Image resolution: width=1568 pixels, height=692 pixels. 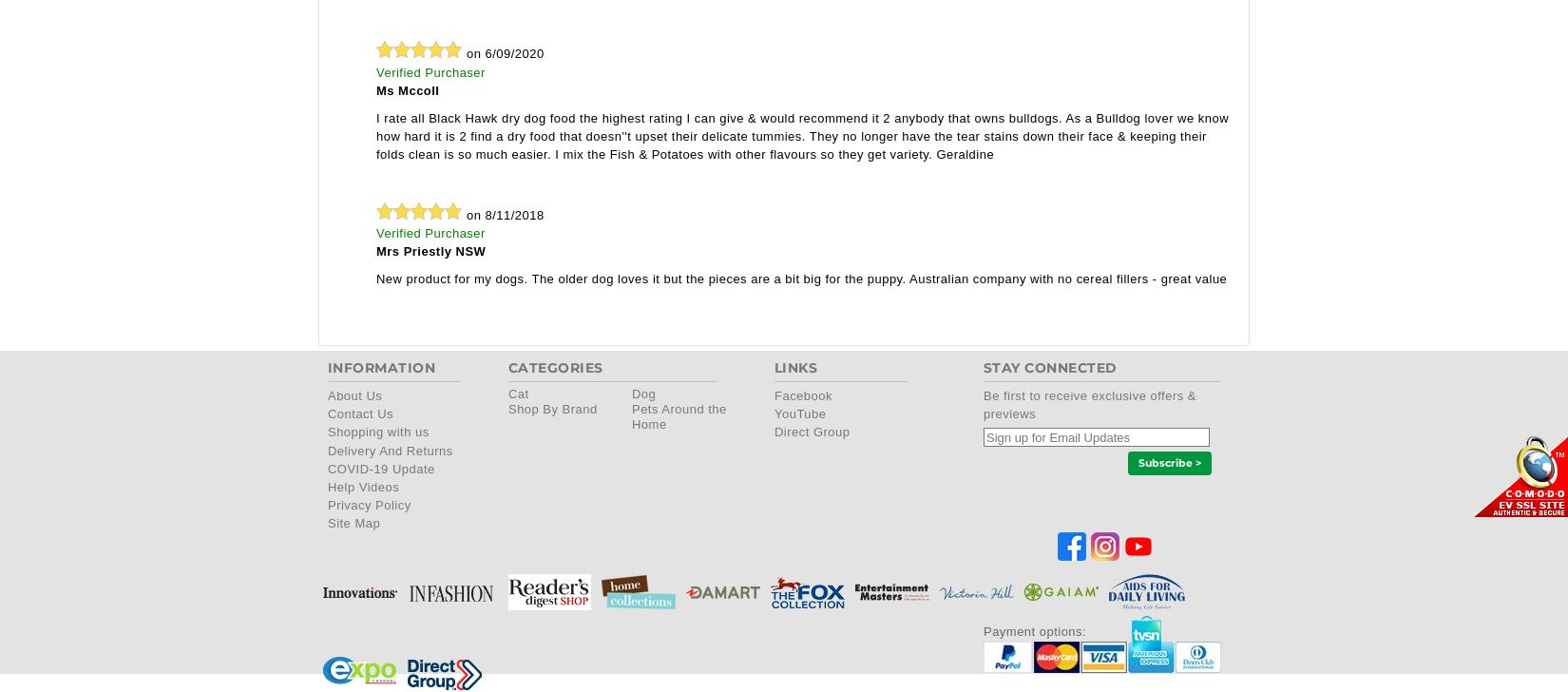 What do you see at coordinates (369, 505) in the screenshot?
I see `'Privacy Policy'` at bounding box center [369, 505].